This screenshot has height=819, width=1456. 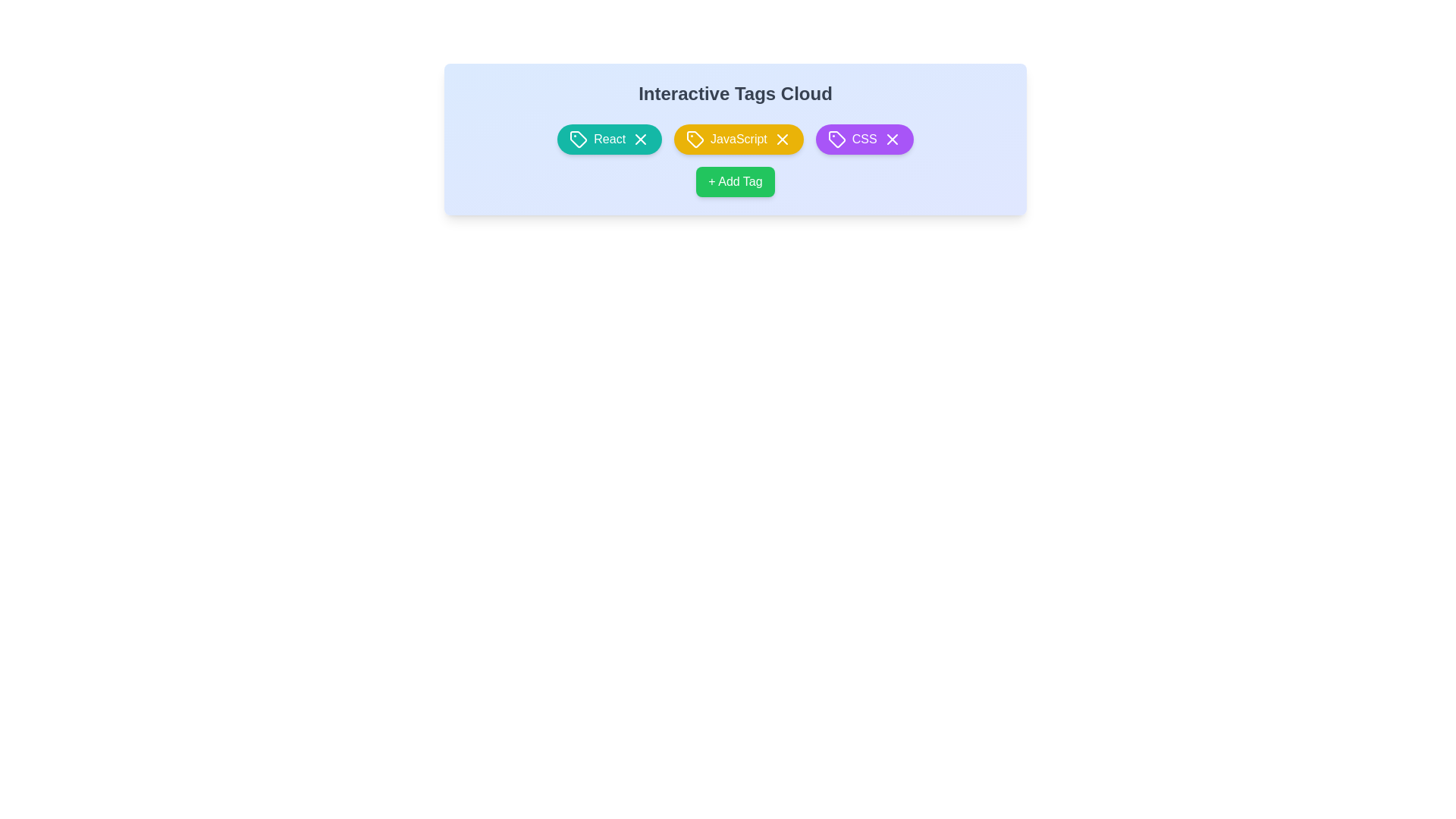 What do you see at coordinates (610, 140) in the screenshot?
I see `the tag with label React to inspect its color and label` at bounding box center [610, 140].